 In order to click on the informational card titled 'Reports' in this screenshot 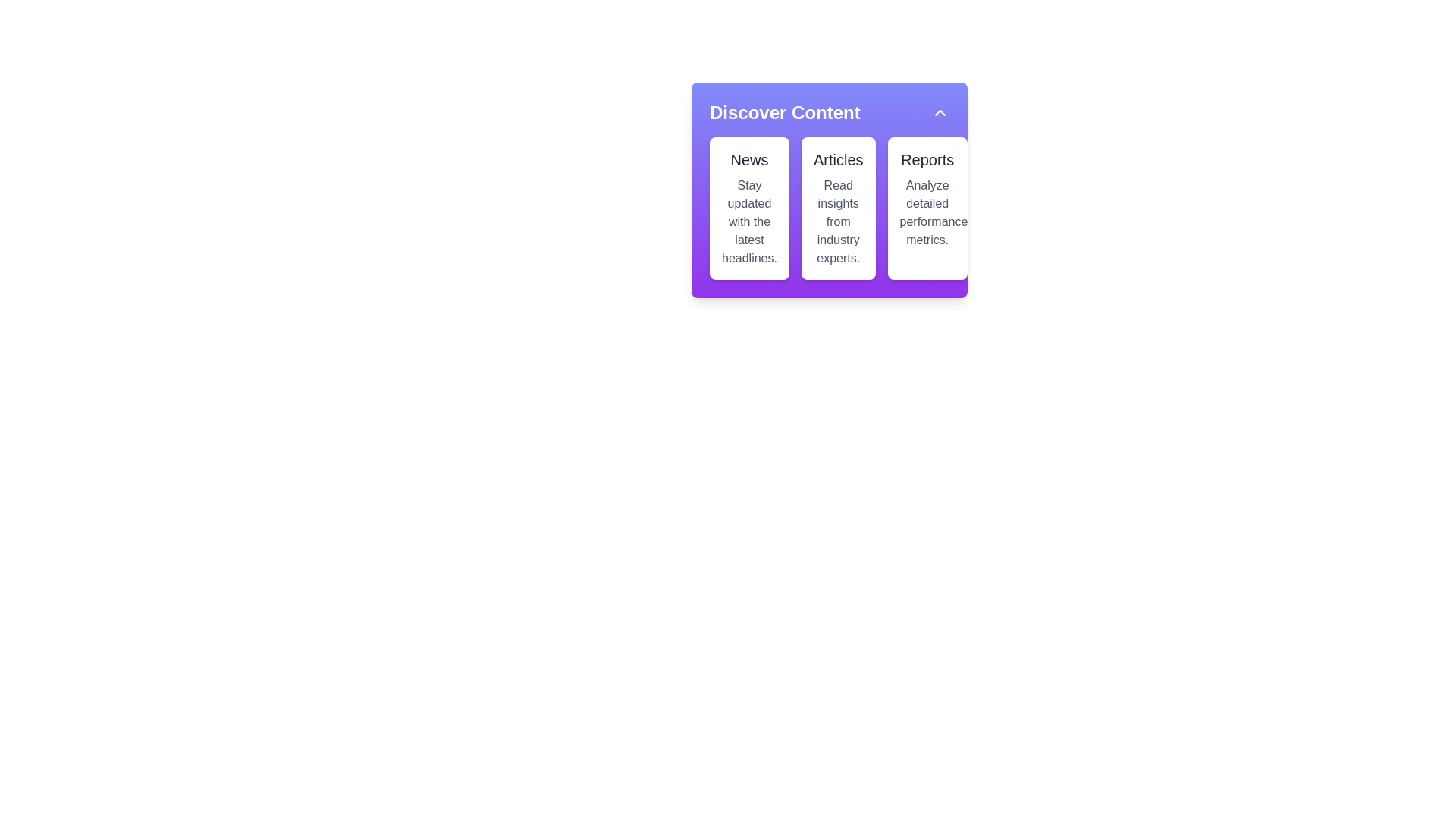, I will do `click(927, 208)`.